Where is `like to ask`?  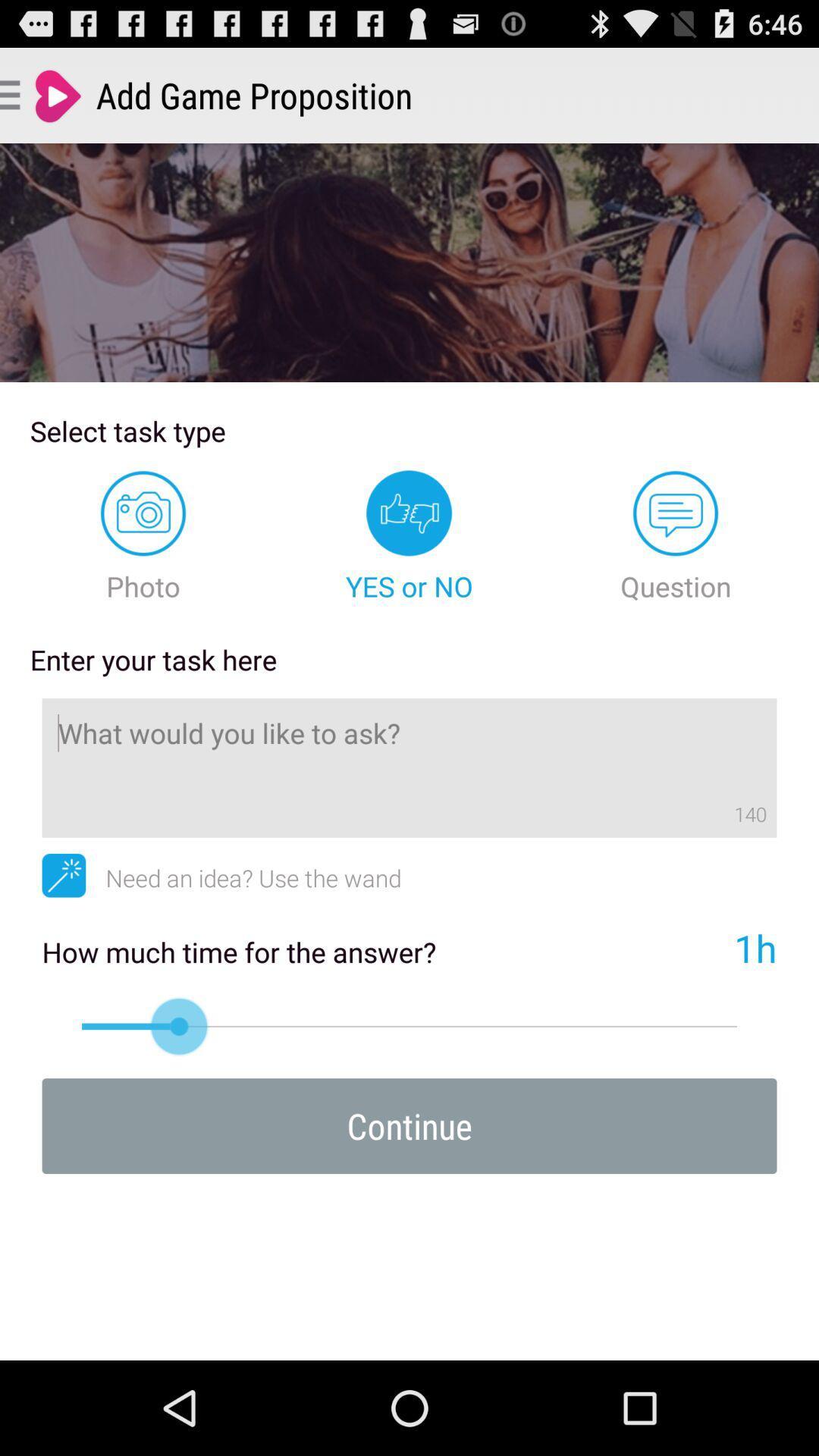
like to ask is located at coordinates (409, 767).